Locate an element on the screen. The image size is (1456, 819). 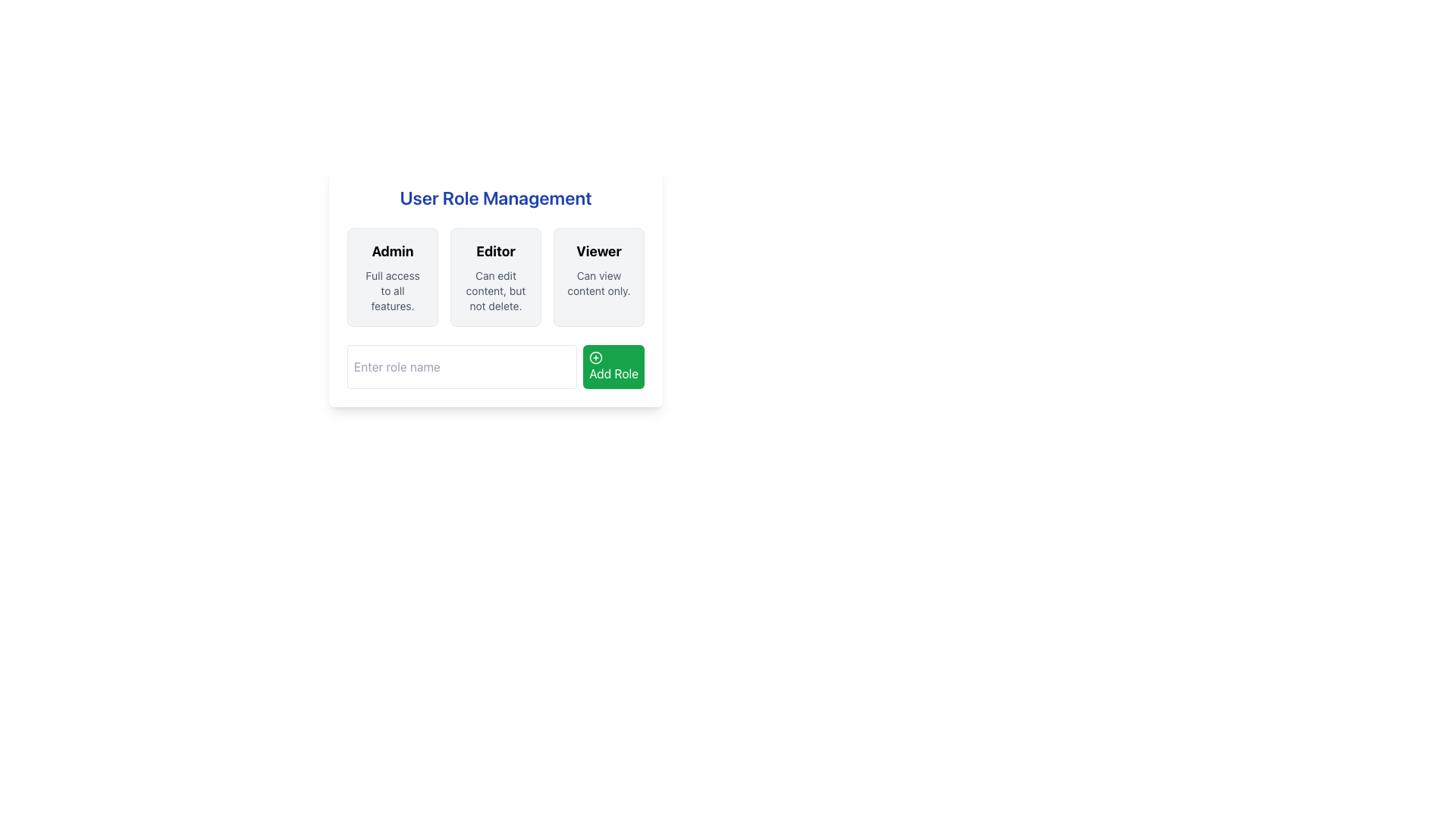
the Circle within the SVG icon that is part of the 'Add Role' button, indicating an action related to adding roles is located at coordinates (595, 357).